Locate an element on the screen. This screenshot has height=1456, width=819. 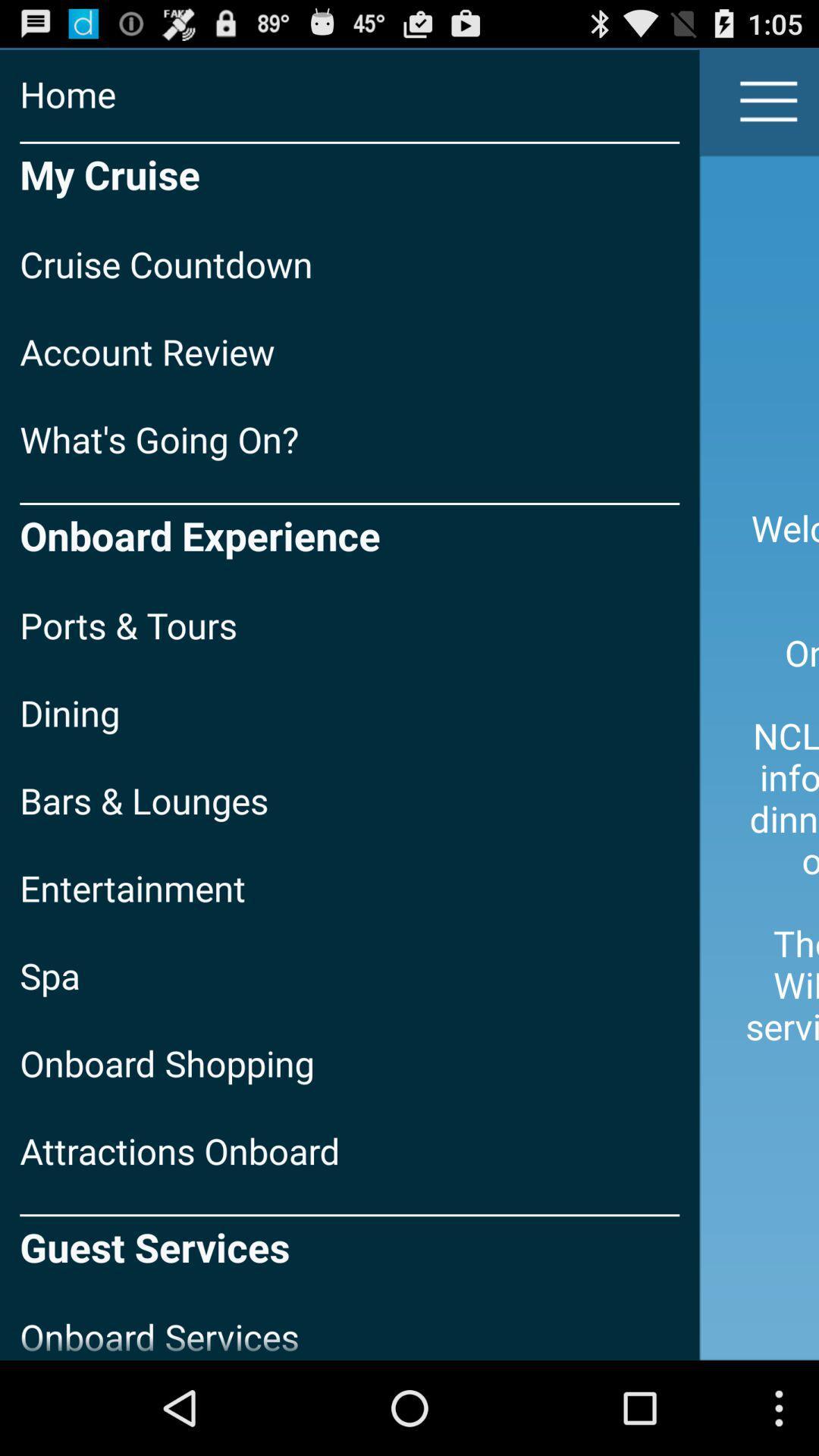
the menu icon is located at coordinates (769, 108).